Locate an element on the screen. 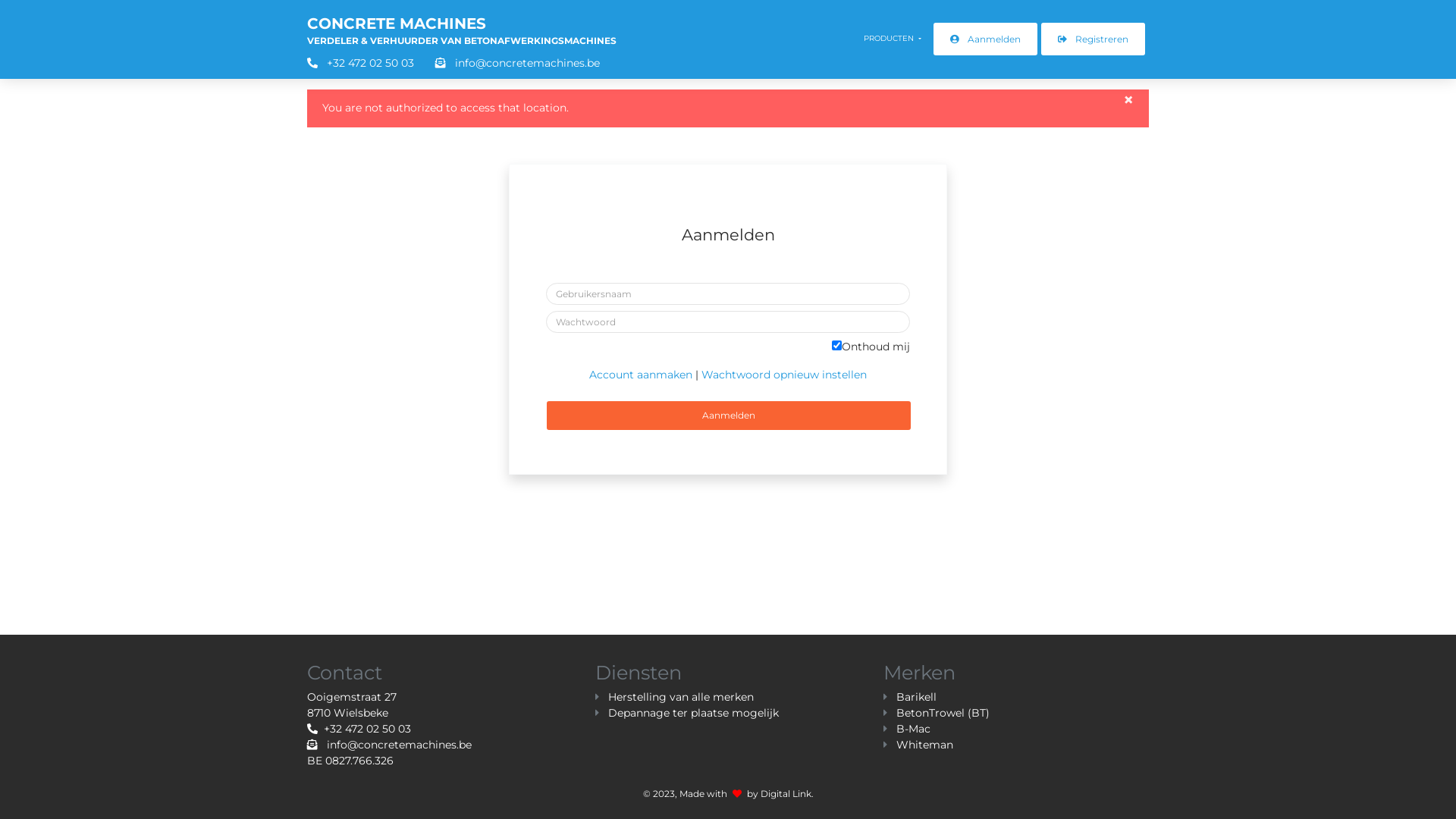 This screenshot has height=819, width=1456. 'info@concretemachines.be' is located at coordinates (508, 62).